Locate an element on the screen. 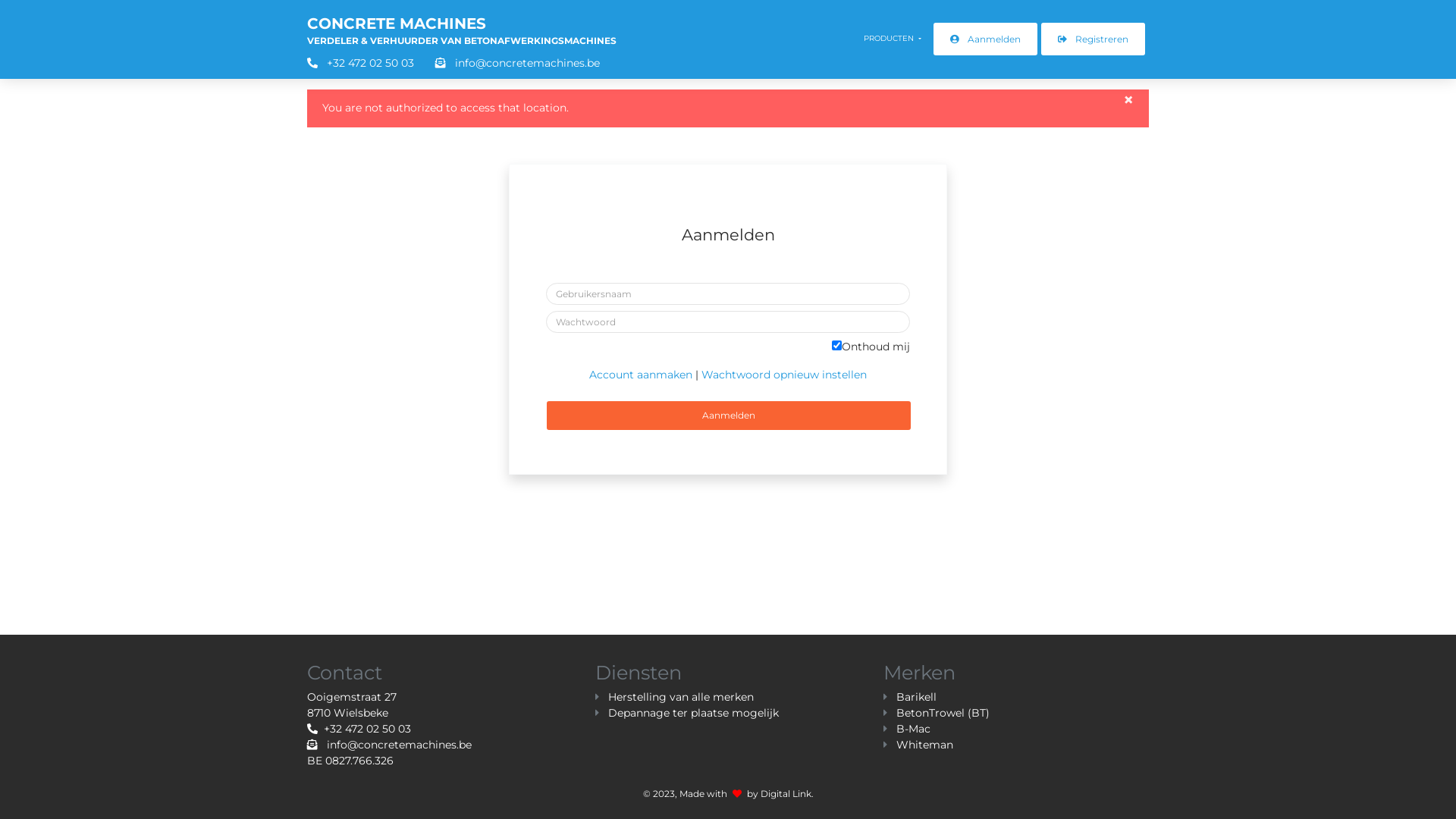 This screenshot has height=819, width=1456. 'info@concretemachines.be' is located at coordinates (508, 62).